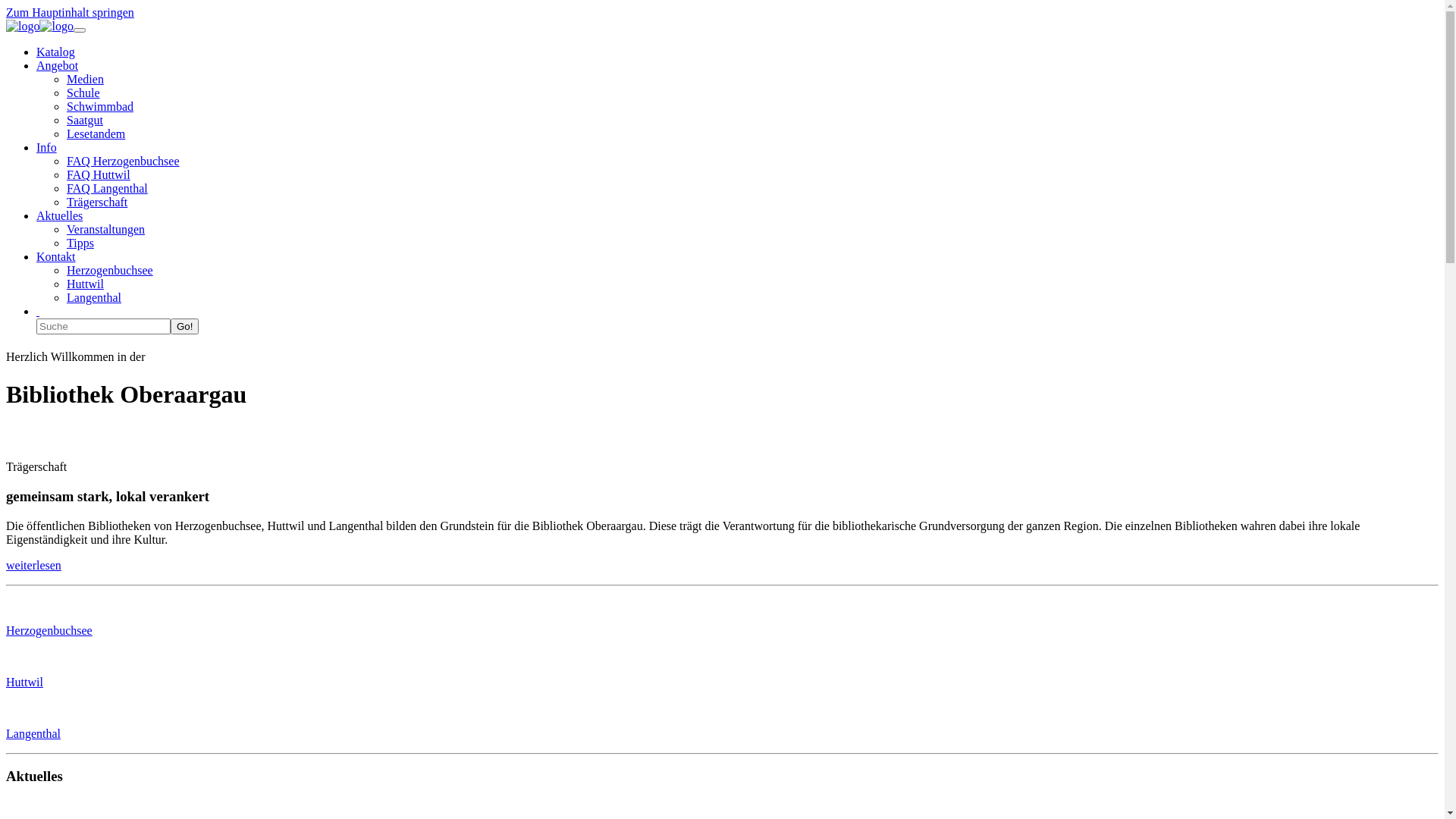 This screenshot has width=1456, height=819. I want to click on 'Angebot', so click(57, 64).